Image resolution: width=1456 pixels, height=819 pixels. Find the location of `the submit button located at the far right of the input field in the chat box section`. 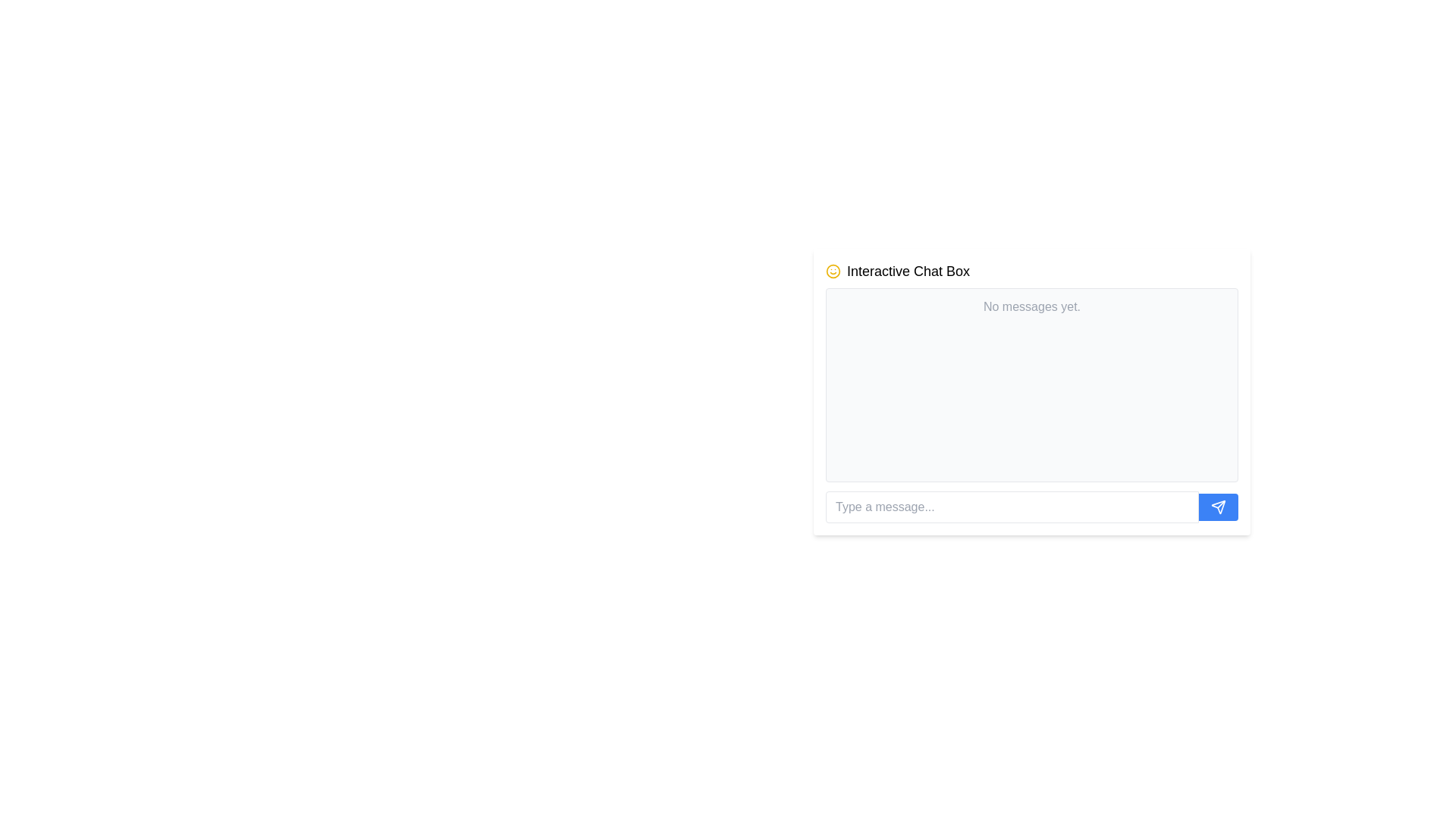

the submit button located at the far right of the input field in the chat box section is located at coordinates (1219, 507).